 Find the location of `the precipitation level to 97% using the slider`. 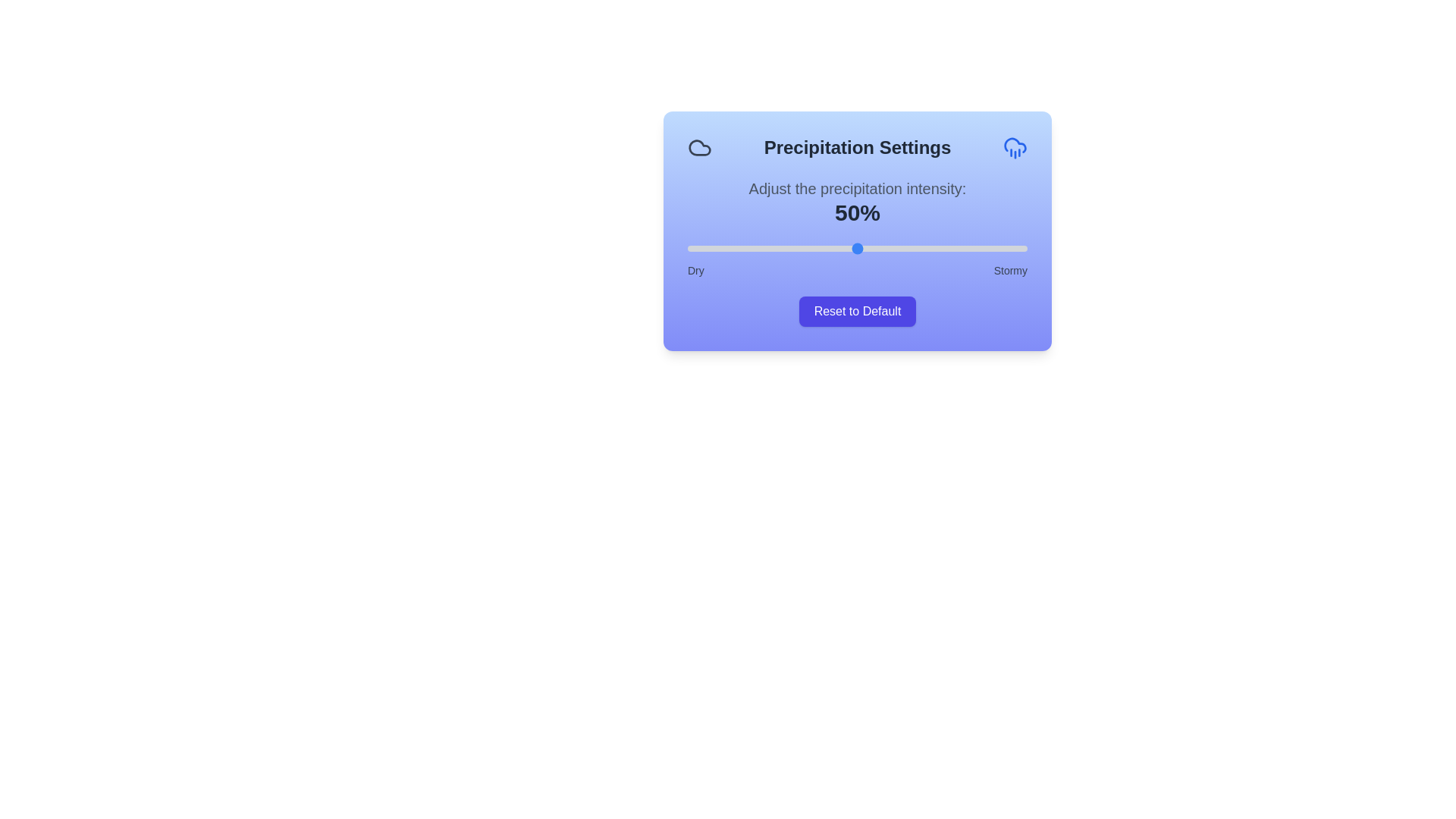

the precipitation level to 97% using the slider is located at coordinates (1017, 247).